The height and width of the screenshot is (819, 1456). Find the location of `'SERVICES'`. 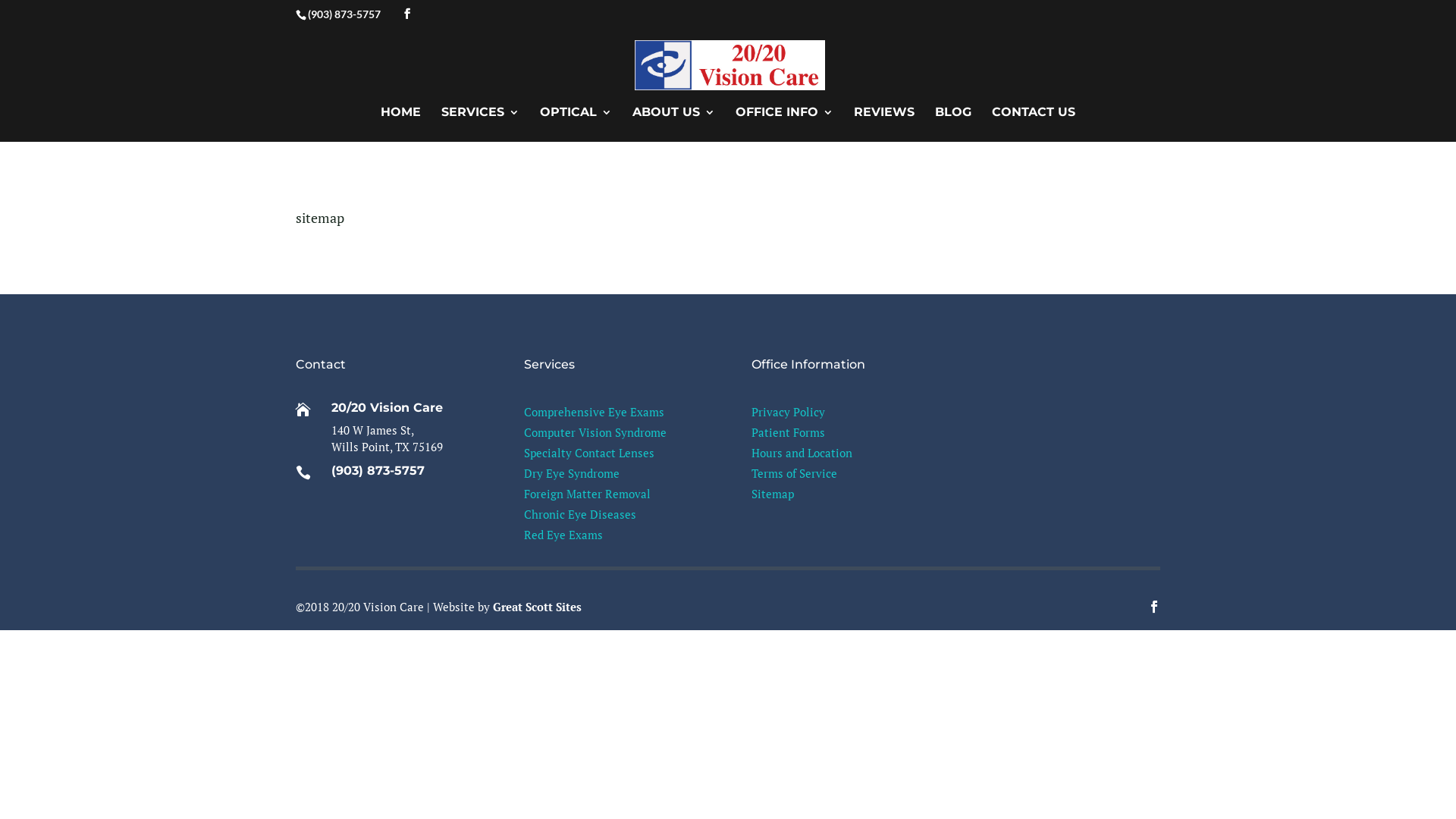

'SERVICES' is located at coordinates (479, 124).